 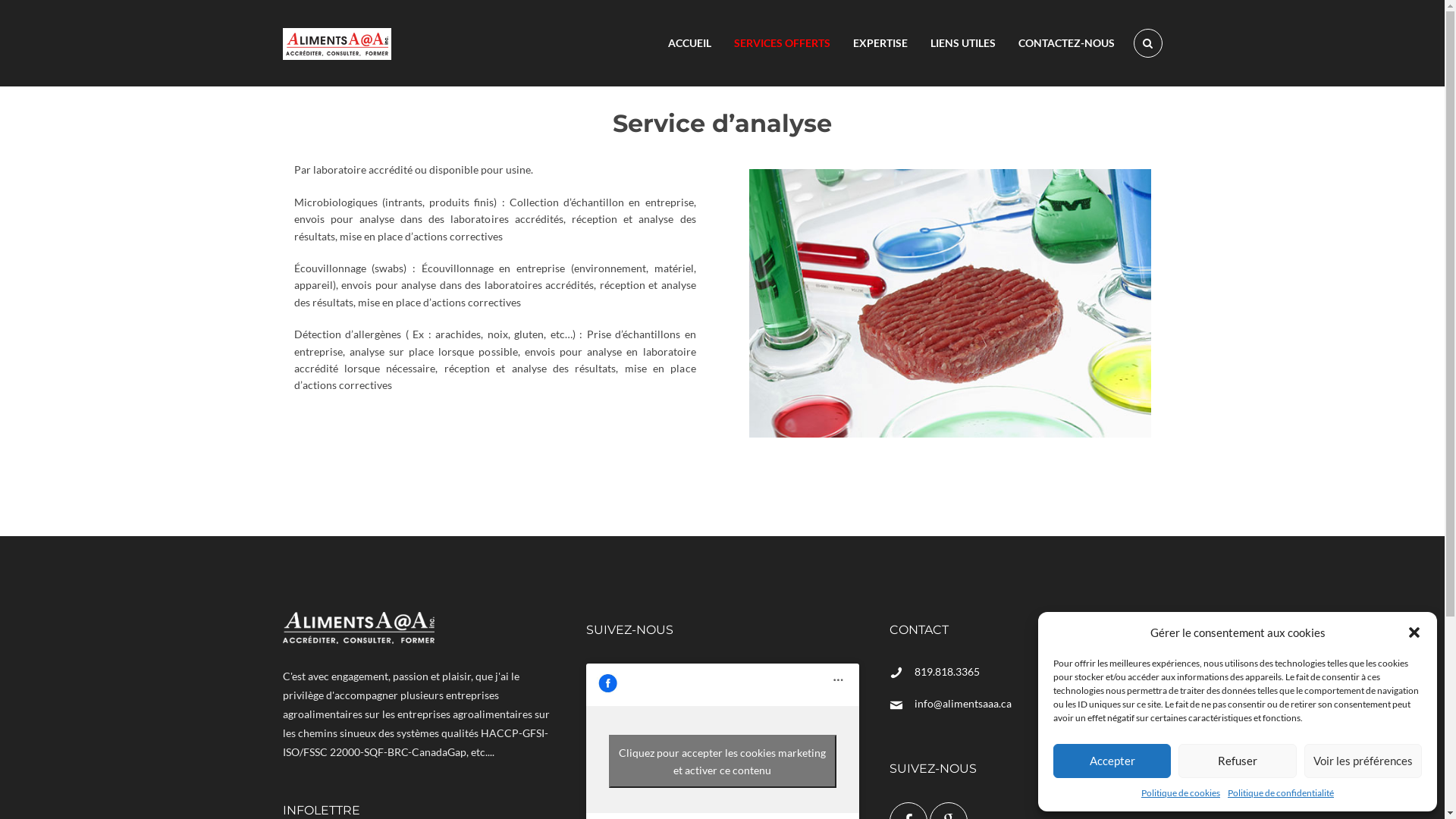 What do you see at coordinates (1065, 42) in the screenshot?
I see `'CONTACTEZ-NOUS'` at bounding box center [1065, 42].